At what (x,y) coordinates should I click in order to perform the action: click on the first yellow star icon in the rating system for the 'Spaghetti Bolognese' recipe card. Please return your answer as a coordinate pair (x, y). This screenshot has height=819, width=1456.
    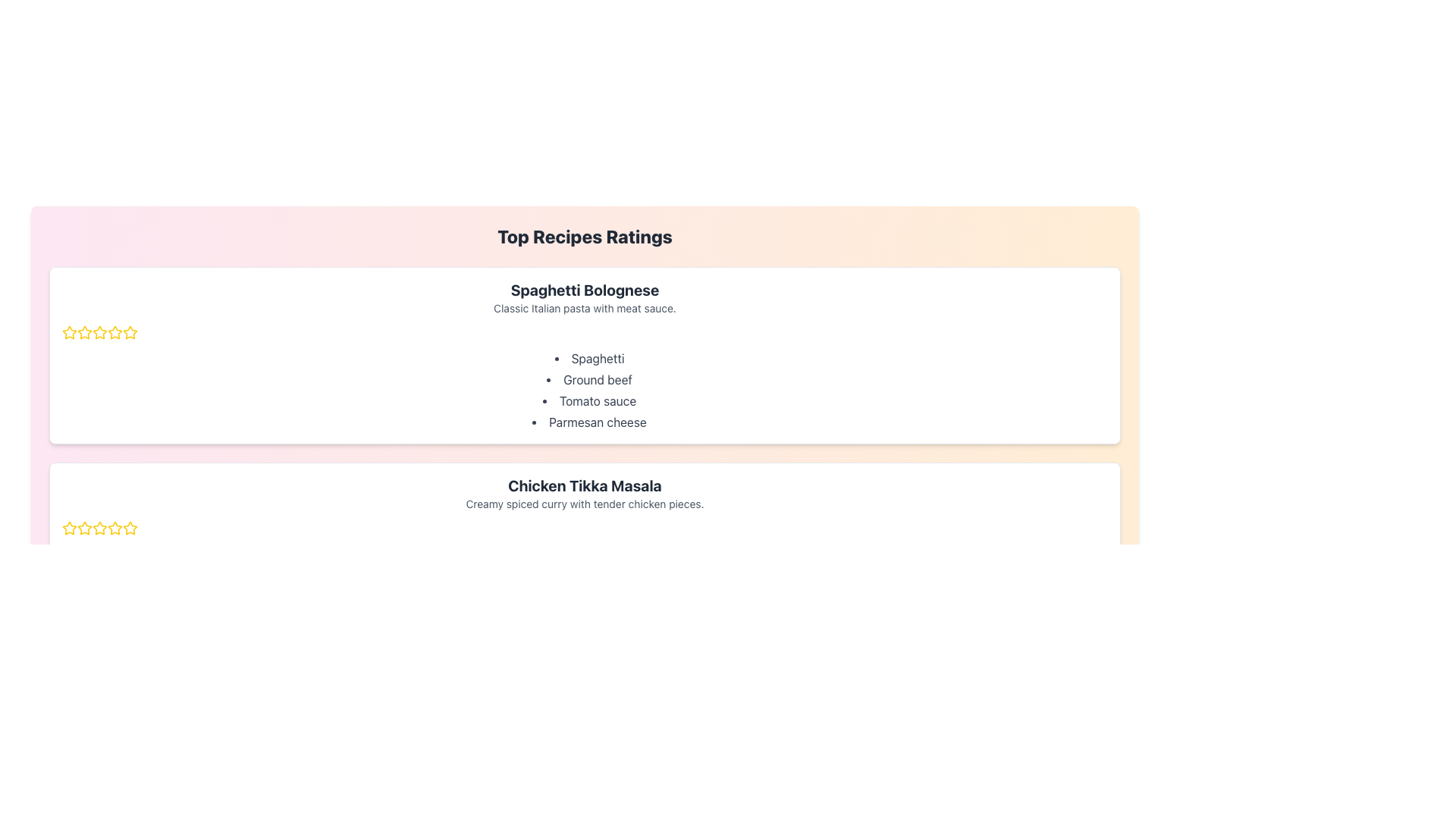
    Looking at the image, I should click on (68, 331).